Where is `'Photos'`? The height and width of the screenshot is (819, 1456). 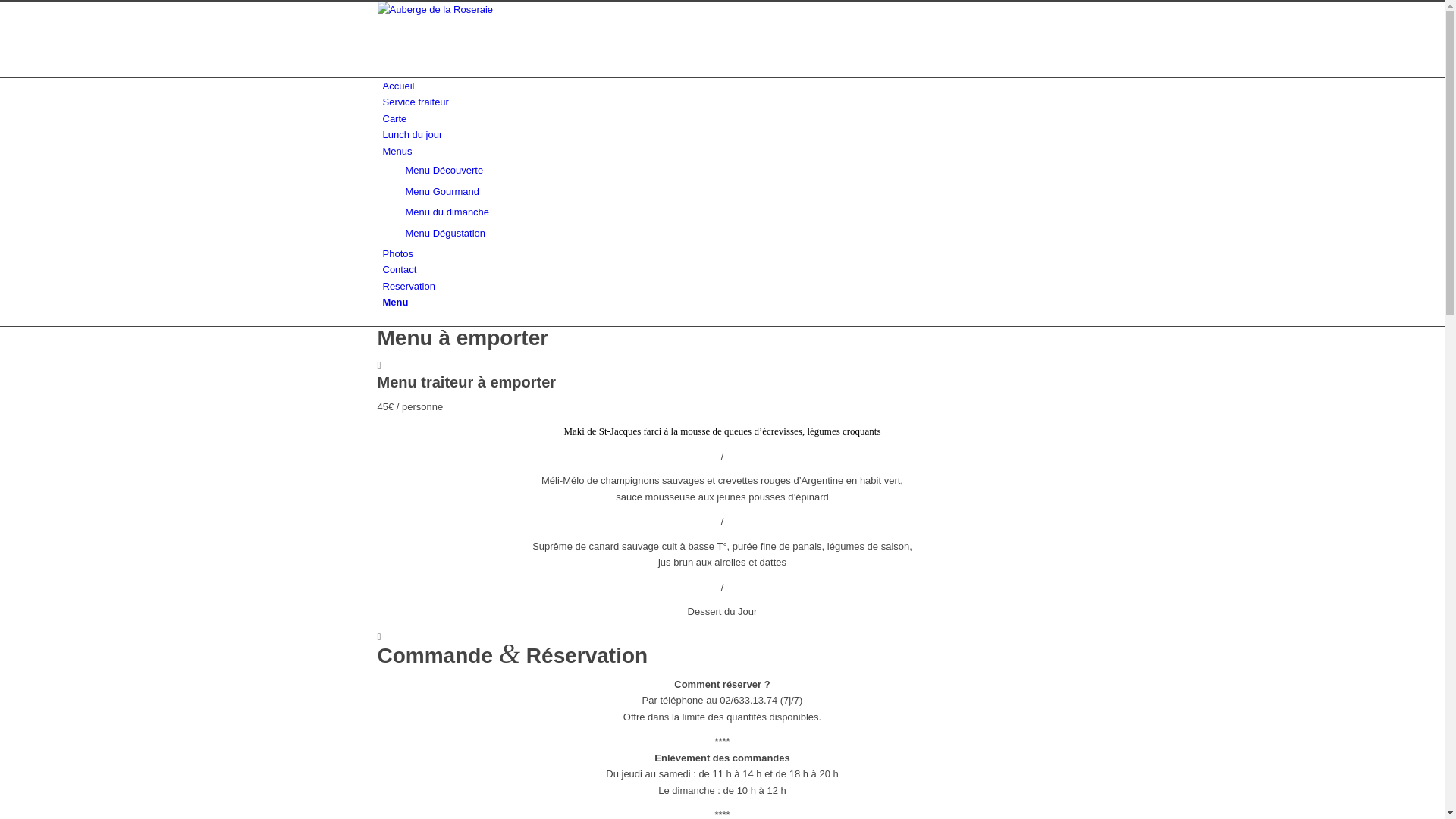
'Photos' is located at coordinates (382, 253).